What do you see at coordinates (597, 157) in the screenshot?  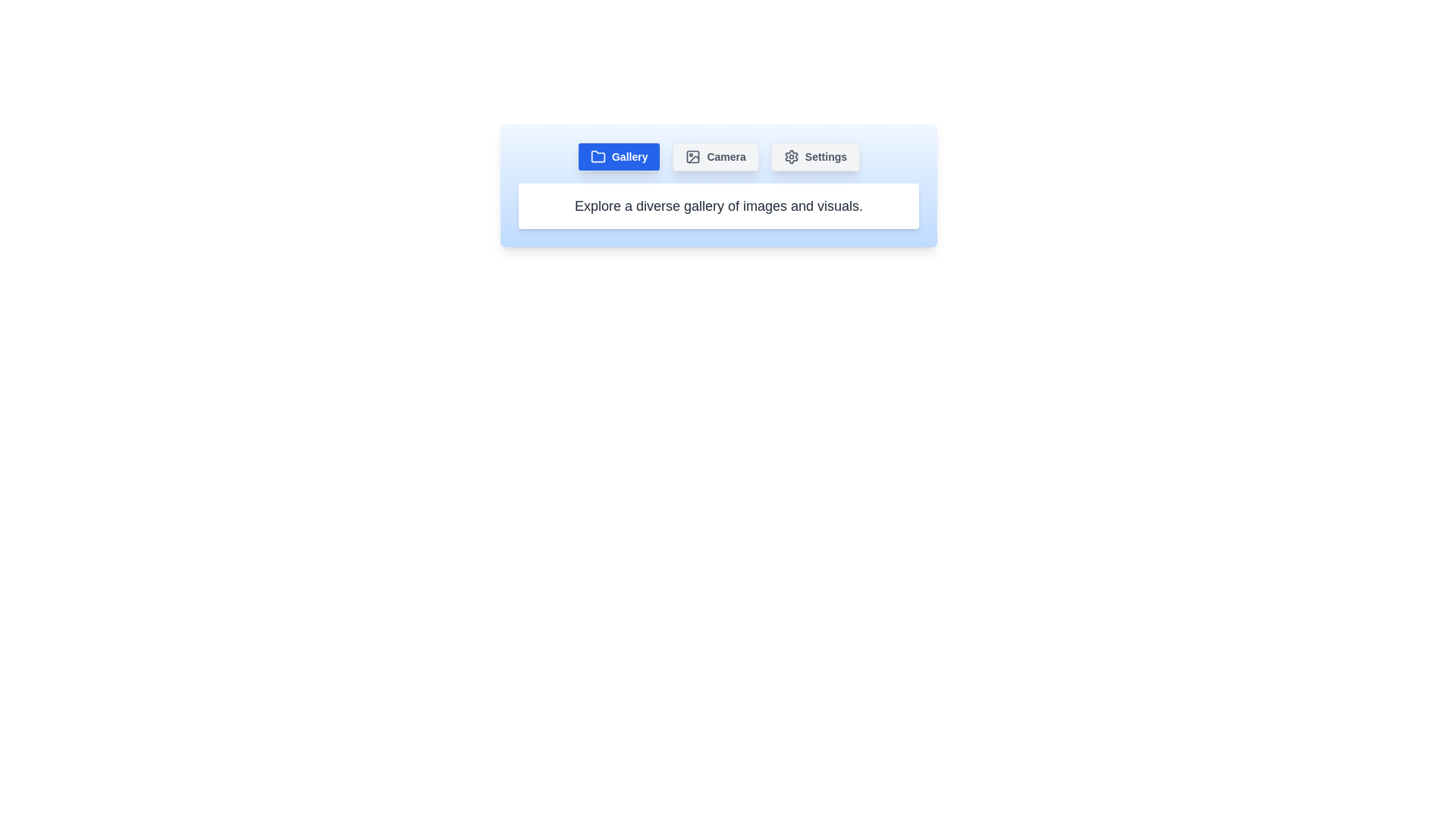 I see `the vector graphic icon that indicates the folder or gallery-related action, positioned at the far left of the button containing the text 'Gallery'` at bounding box center [597, 157].